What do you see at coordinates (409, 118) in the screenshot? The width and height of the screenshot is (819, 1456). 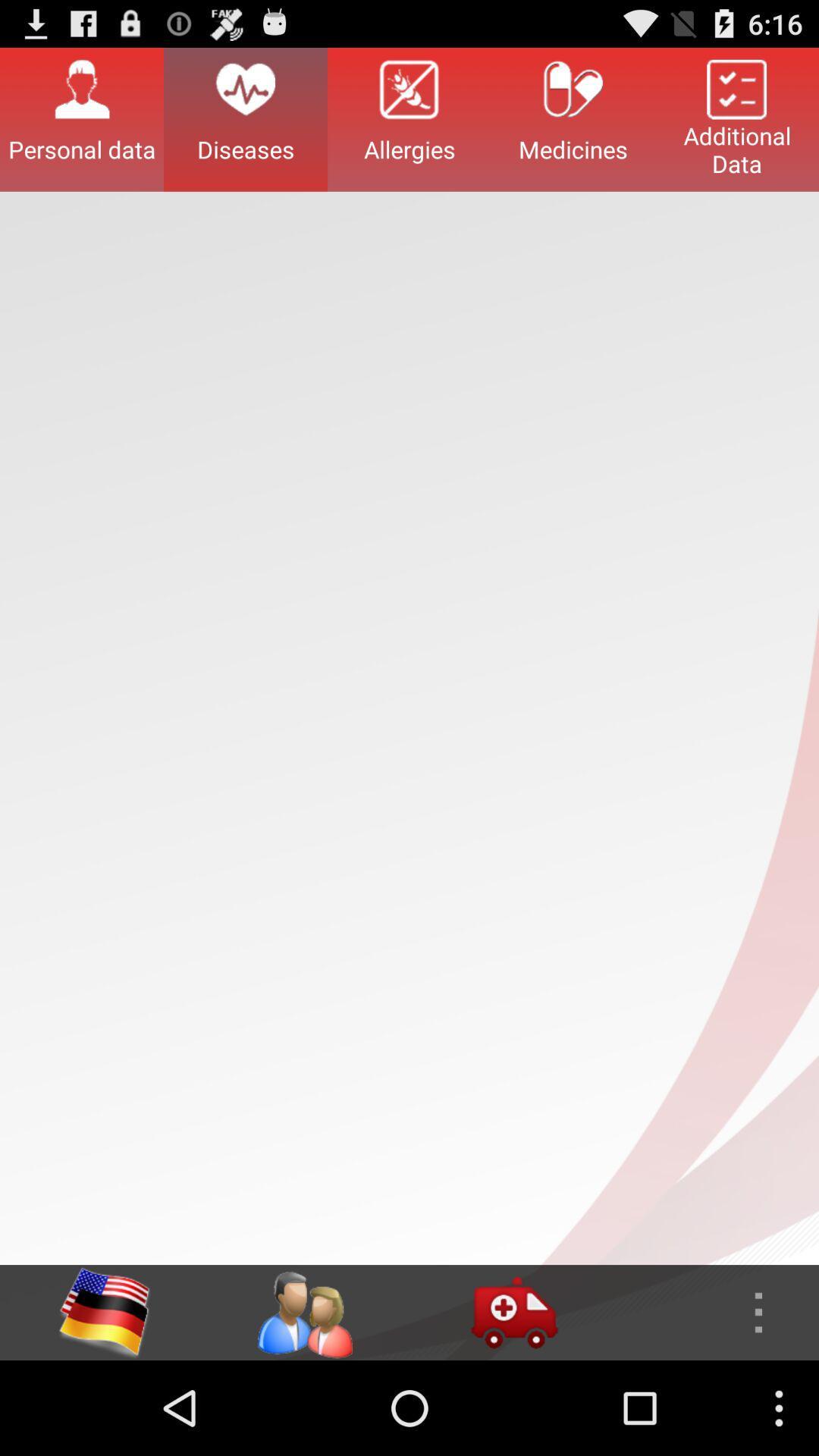 I see `icon next to diseases button` at bounding box center [409, 118].